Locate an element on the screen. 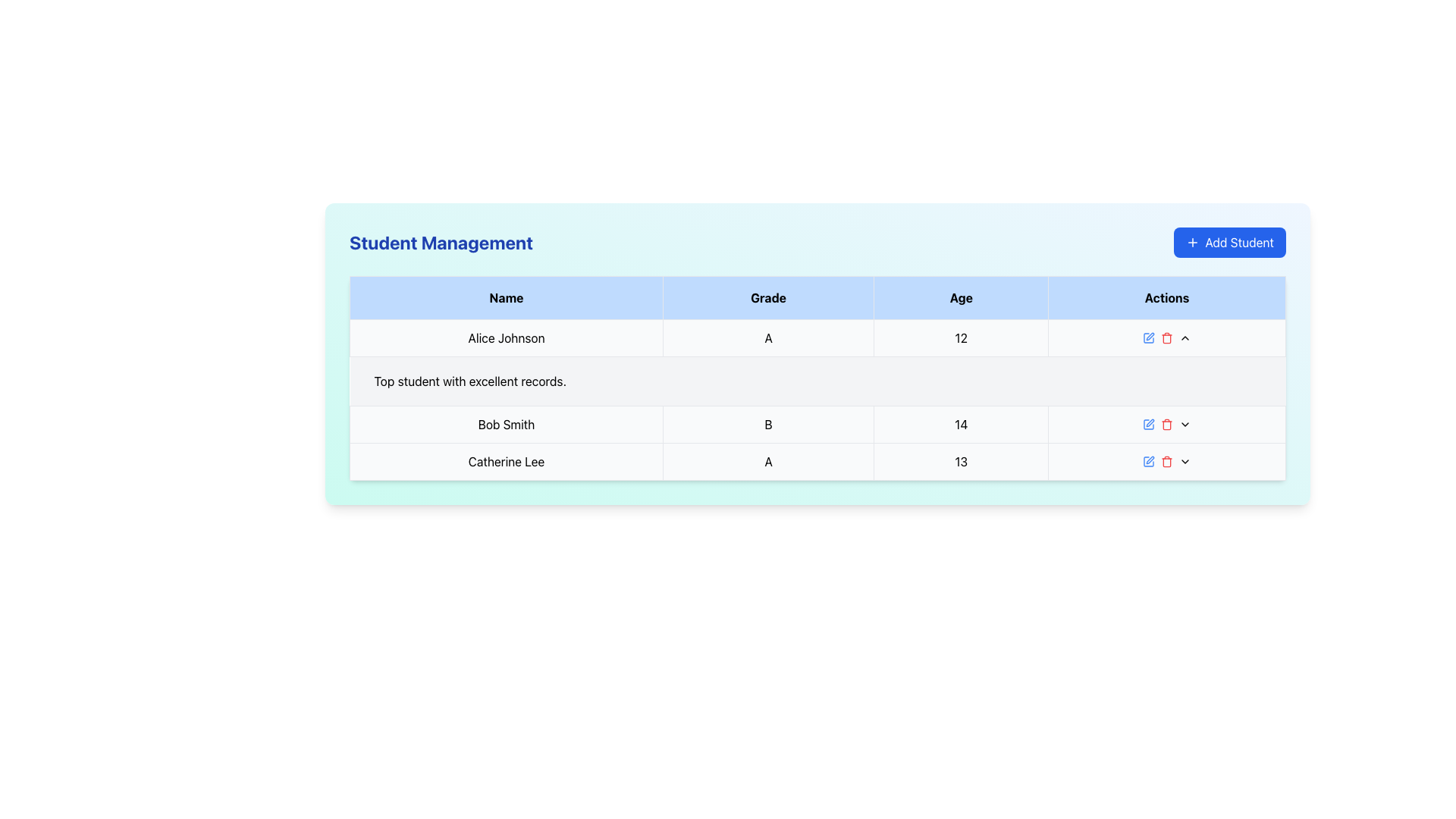 This screenshot has width=1456, height=819. the 'Student Management' text label, which is styled in bold, large blue font and prominently displayed at the top-left of the interface is located at coordinates (440, 242).